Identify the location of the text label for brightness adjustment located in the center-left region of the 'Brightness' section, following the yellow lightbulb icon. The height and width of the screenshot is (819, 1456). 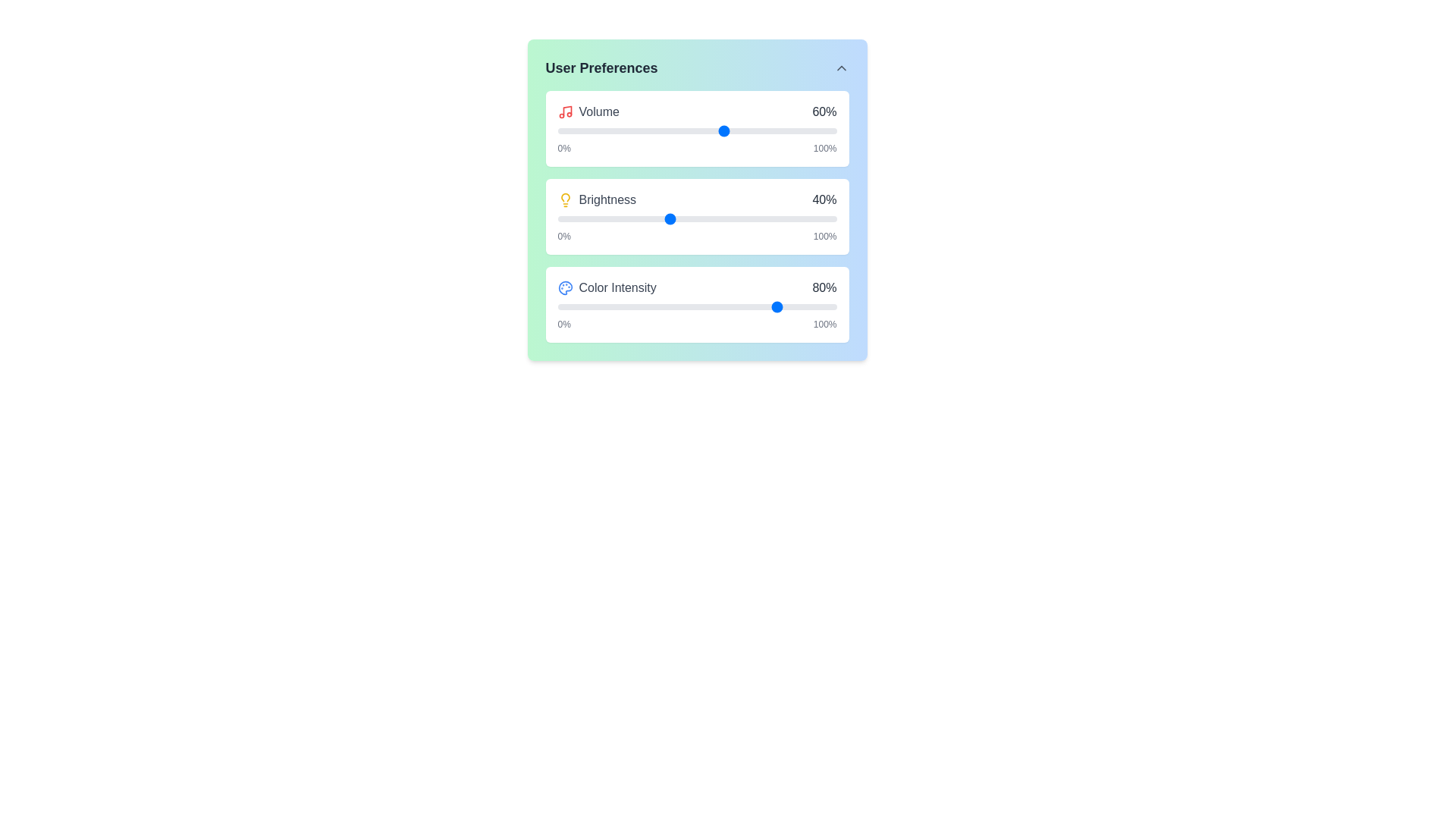
(607, 199).